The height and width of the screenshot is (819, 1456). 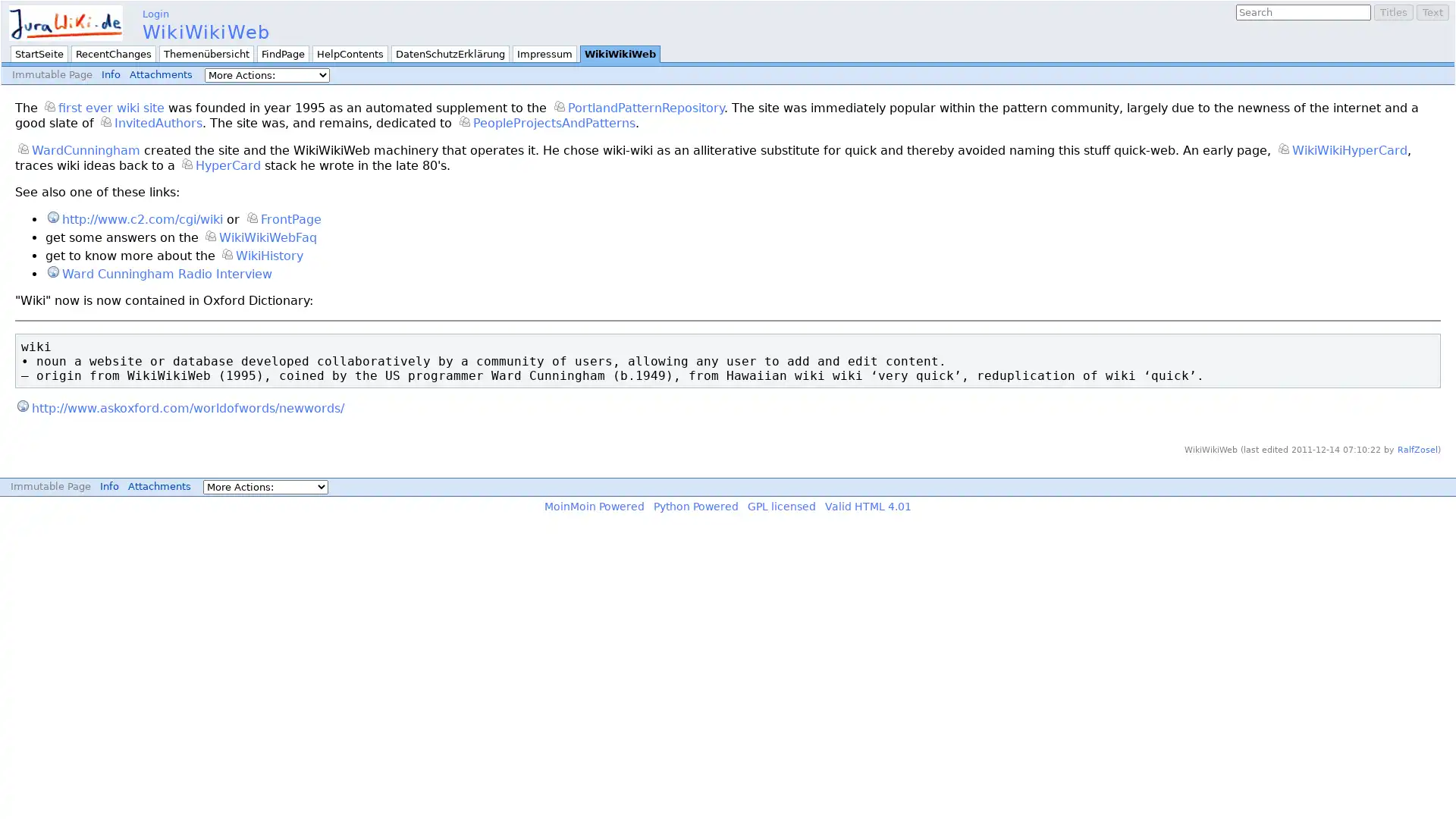 What do you see at coordinates (1432, 12) in the screenshot?
I see `Text` at bounding box center [1432, 12].